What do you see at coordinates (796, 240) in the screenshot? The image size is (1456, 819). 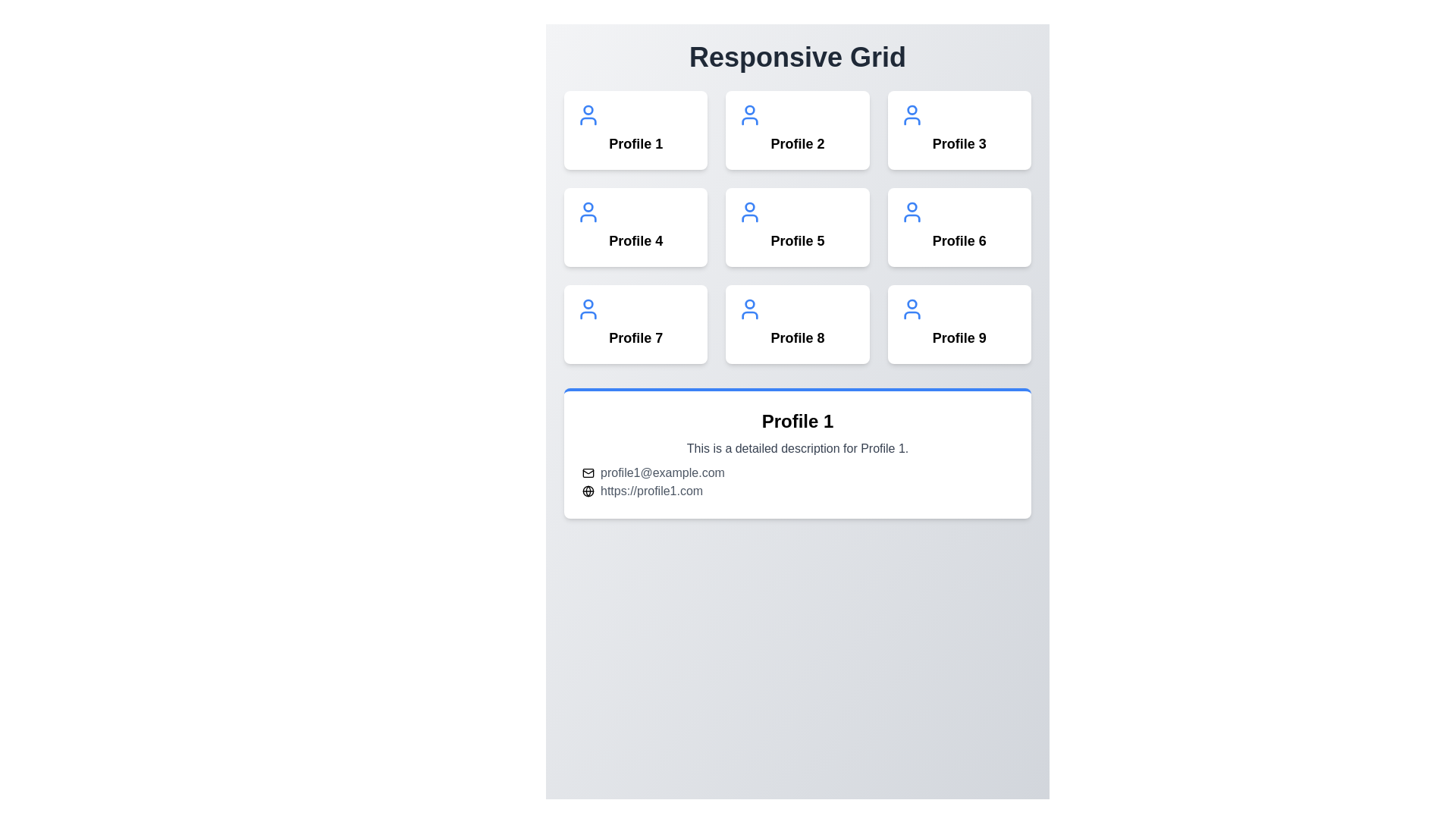 I see `text of the Text Label located at the center of the second row in the grid layout, which identifies the corresponding profile for the fifth item overall` at bounding box center [796, 240].